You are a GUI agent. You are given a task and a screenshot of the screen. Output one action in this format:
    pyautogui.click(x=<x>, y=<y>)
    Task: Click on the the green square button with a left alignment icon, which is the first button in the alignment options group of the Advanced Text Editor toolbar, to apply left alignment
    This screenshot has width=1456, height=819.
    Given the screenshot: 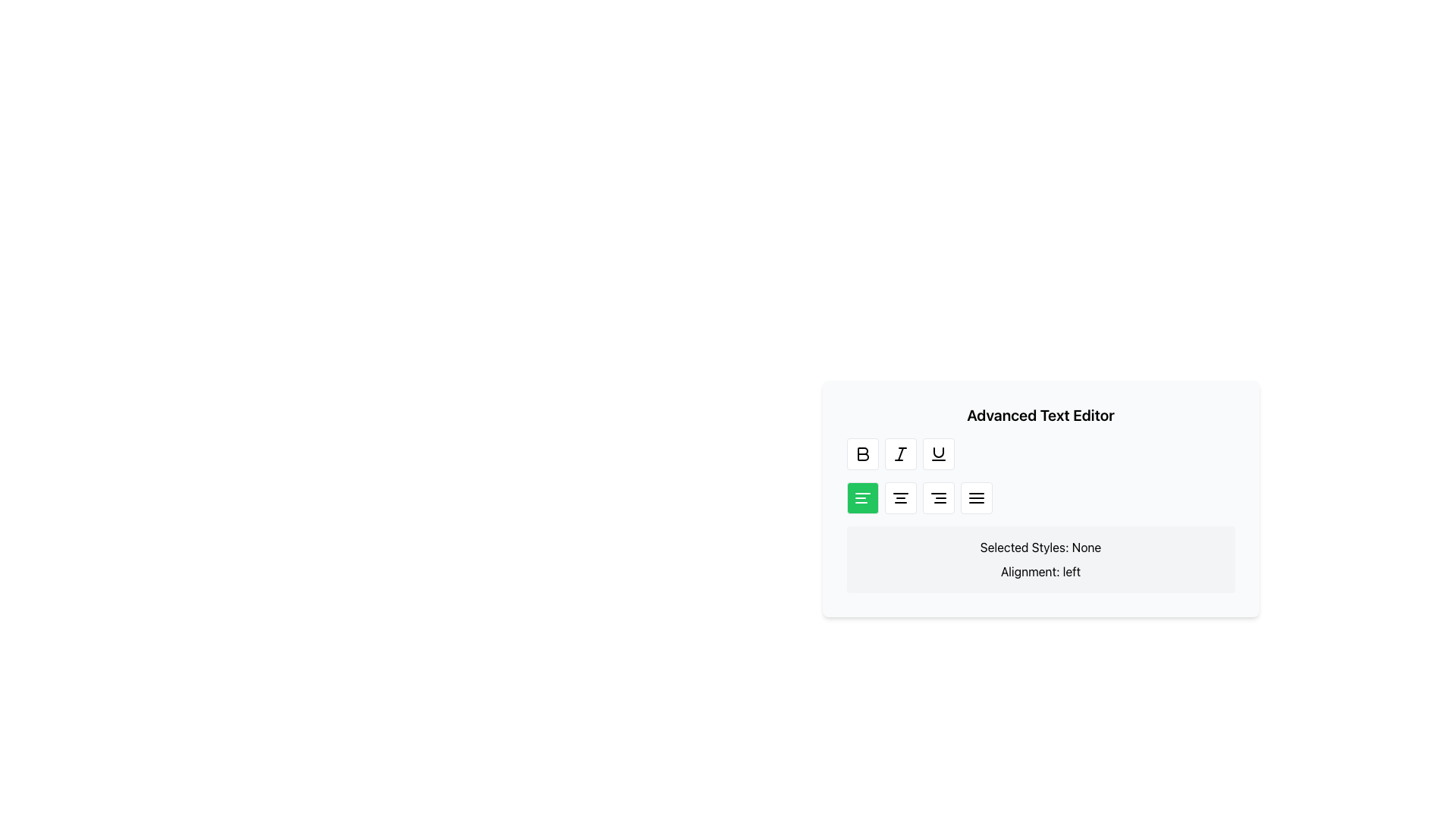 What is the action you would take?
    pyautogui.click(x=862, y=497)
    